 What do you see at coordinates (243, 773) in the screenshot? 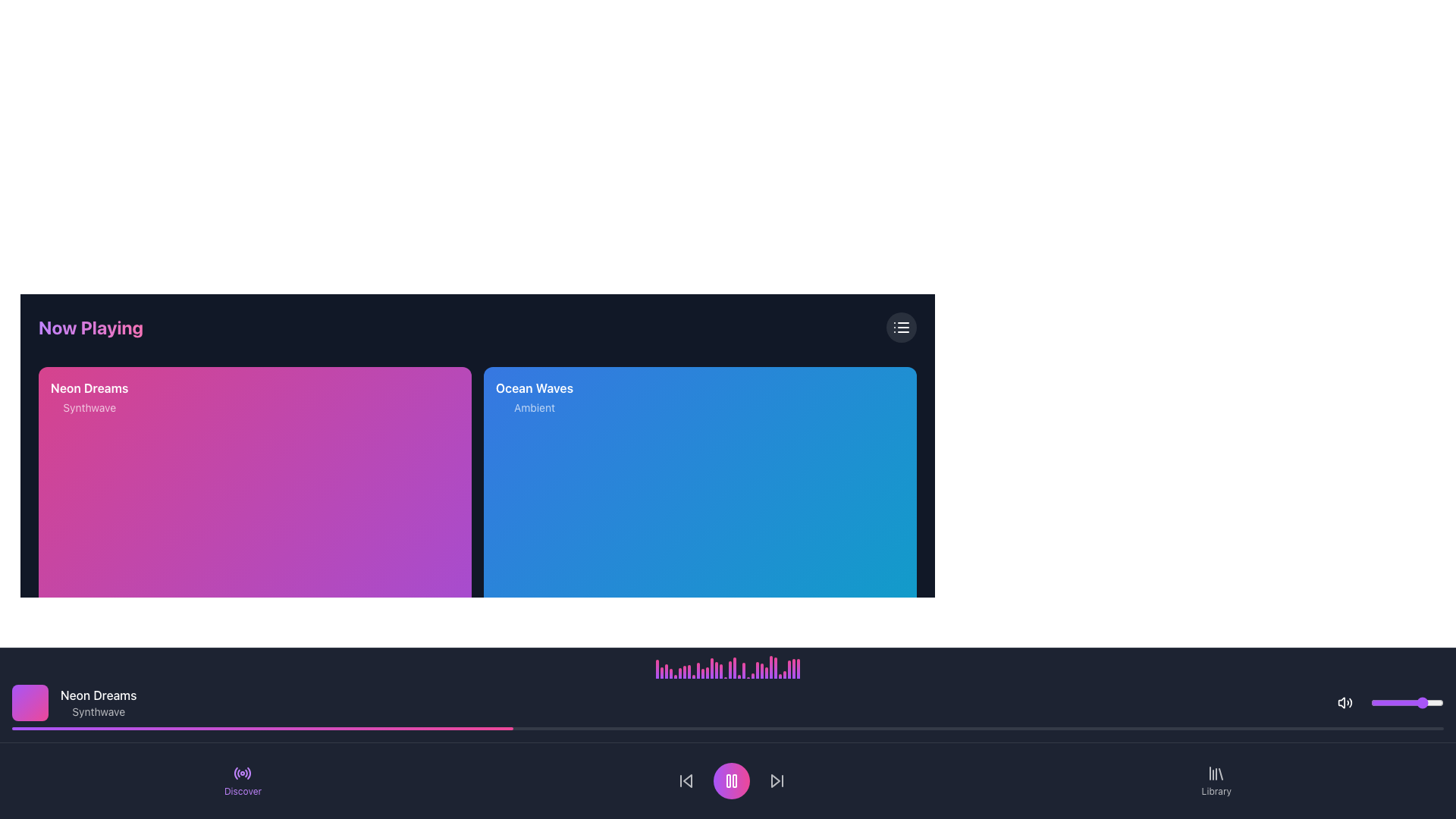
I see `the 'Discover' icon located at the bottom navigation bar` at bounding box center [243, 773].